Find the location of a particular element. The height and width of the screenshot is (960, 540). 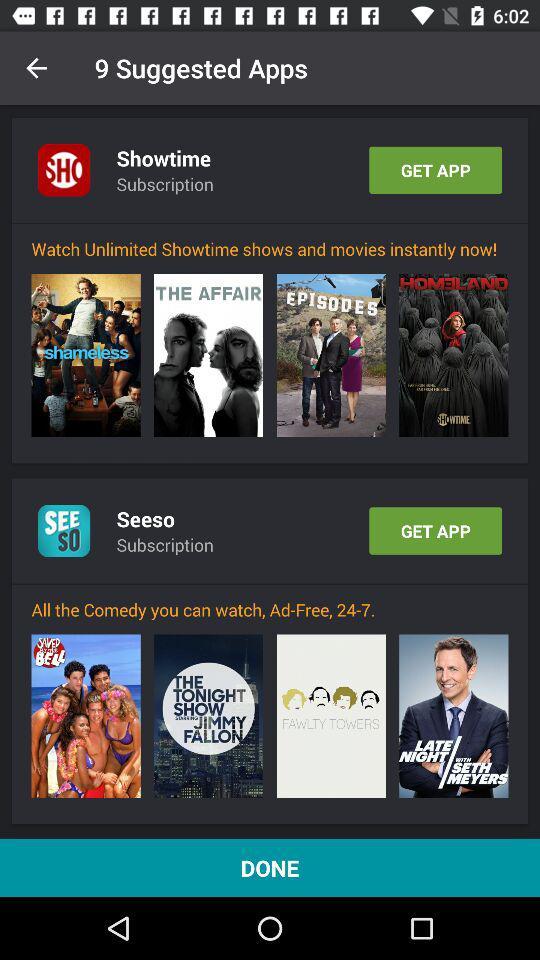

the item above the seeso item is located at coordinates (207, 355).